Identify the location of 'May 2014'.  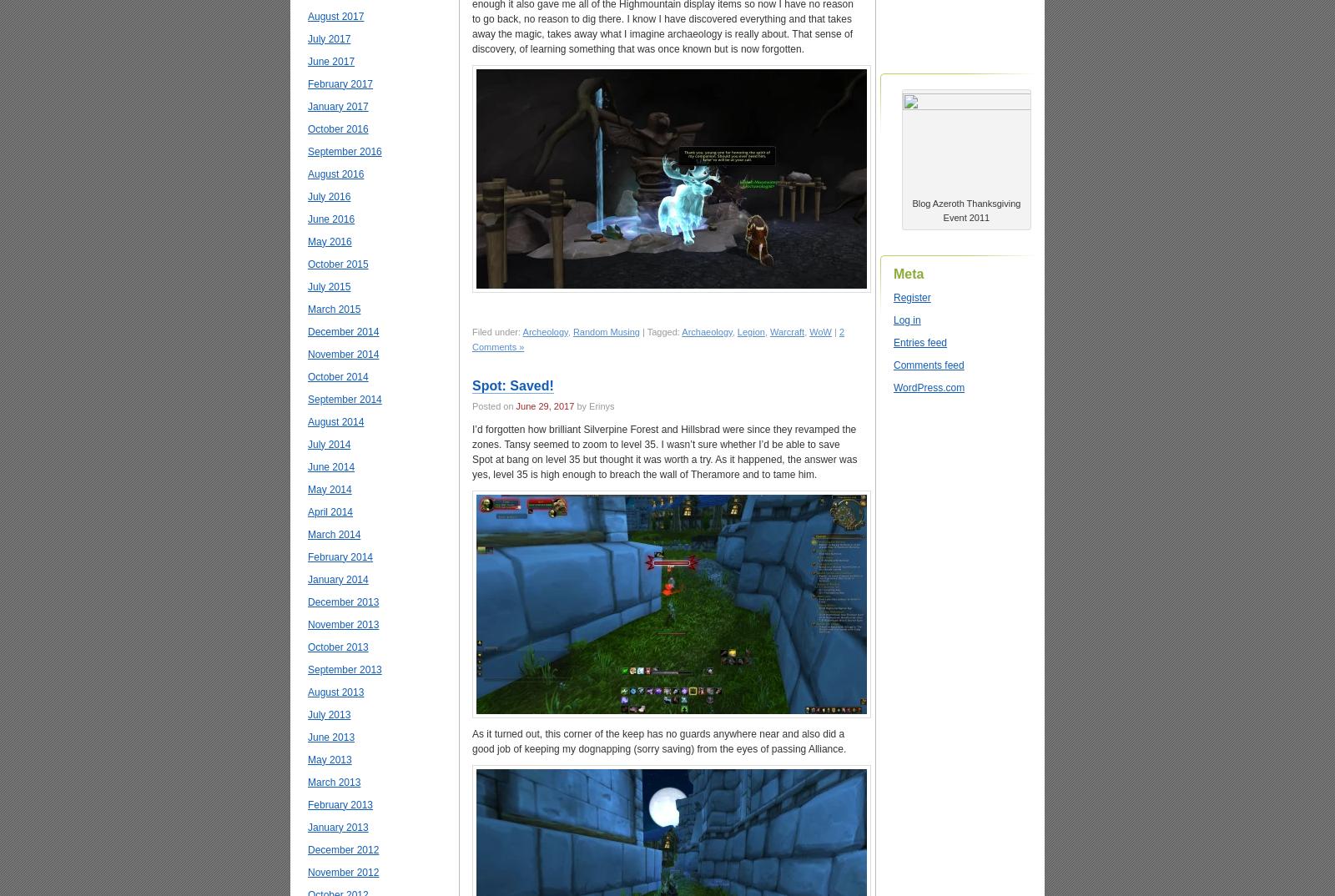
(330, 487).